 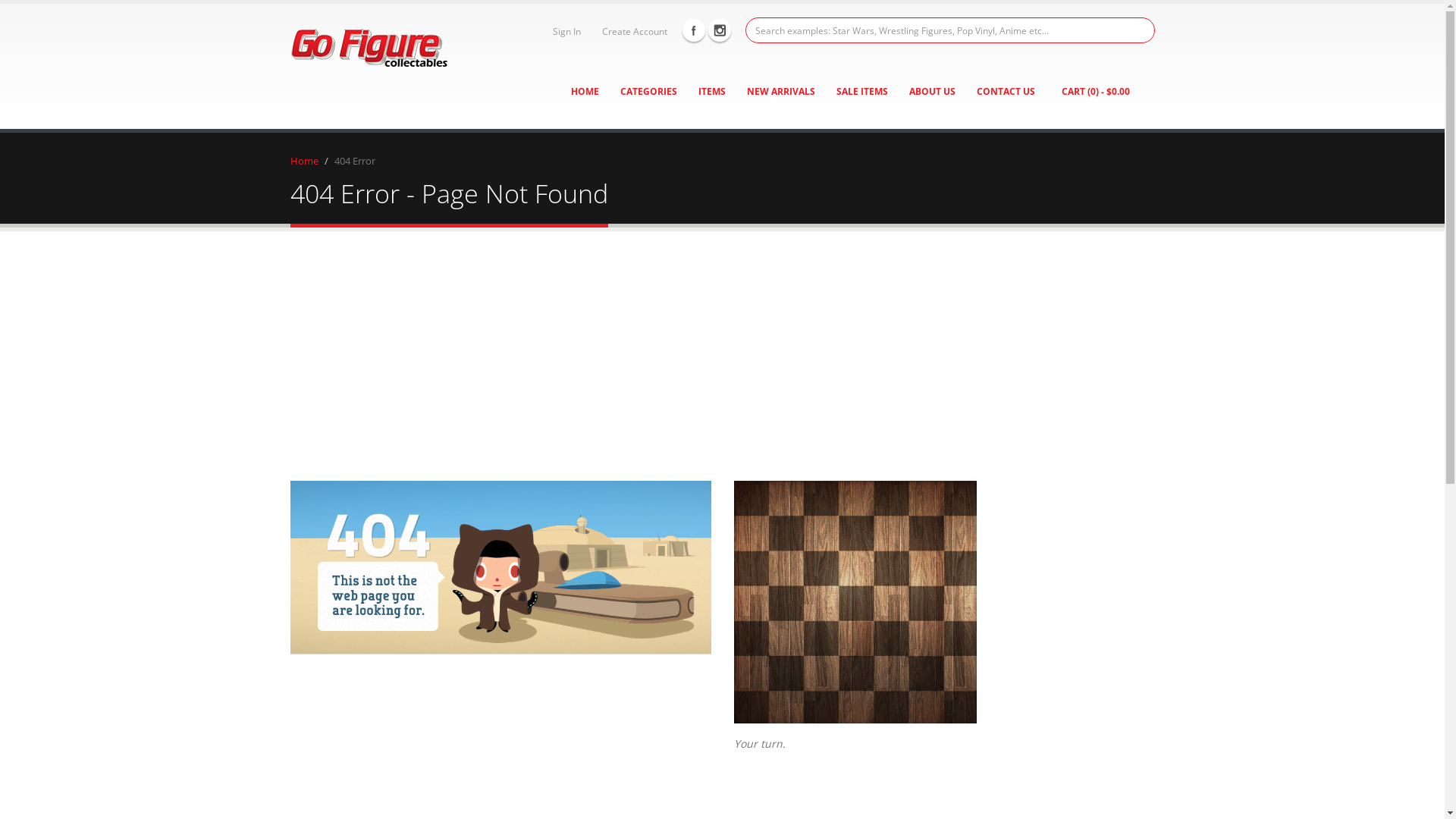 I want to click on 'CART (0) - $0.00', so click(x=1095, y=91).